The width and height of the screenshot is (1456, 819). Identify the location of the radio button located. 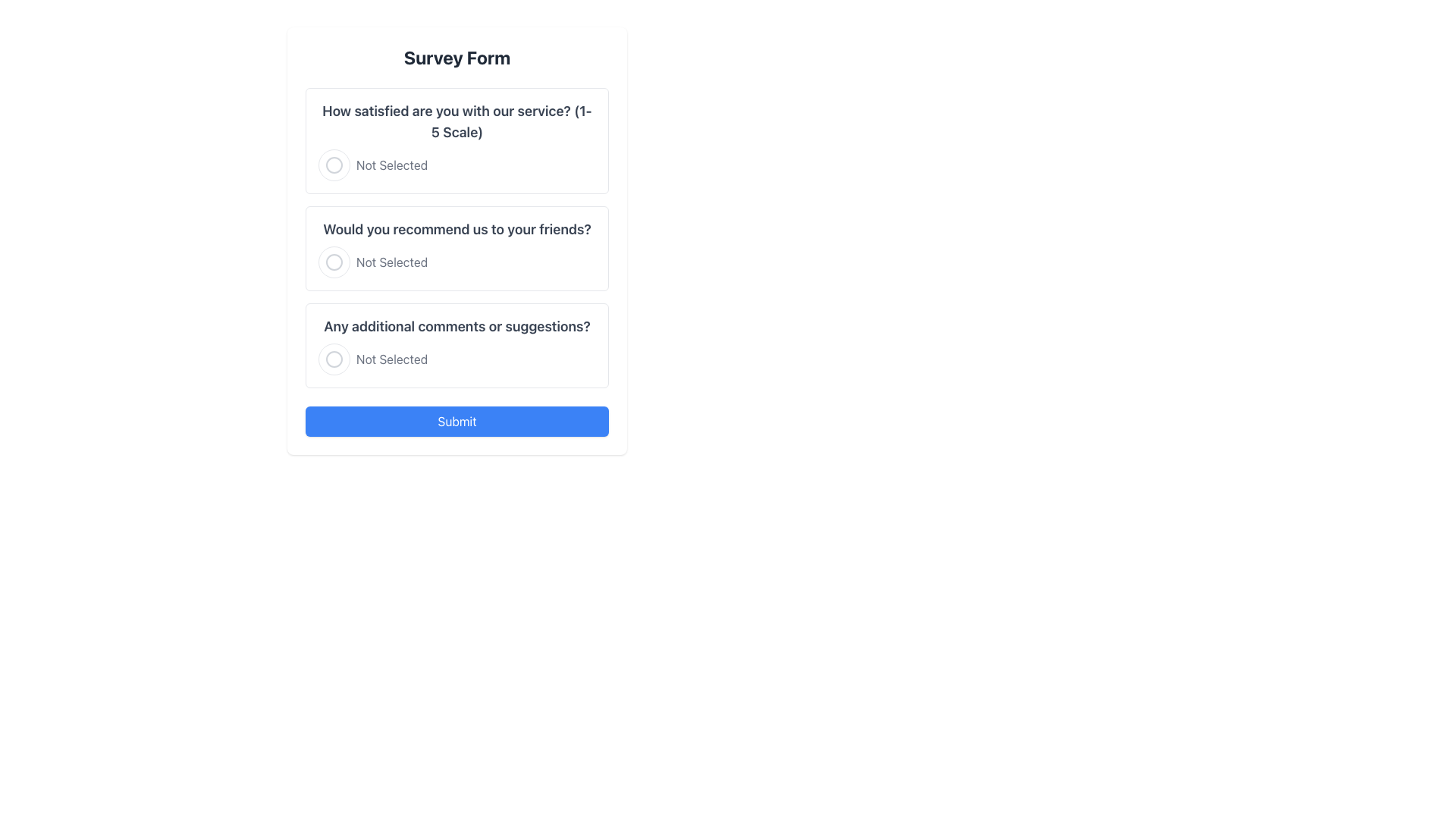
(334, 359).